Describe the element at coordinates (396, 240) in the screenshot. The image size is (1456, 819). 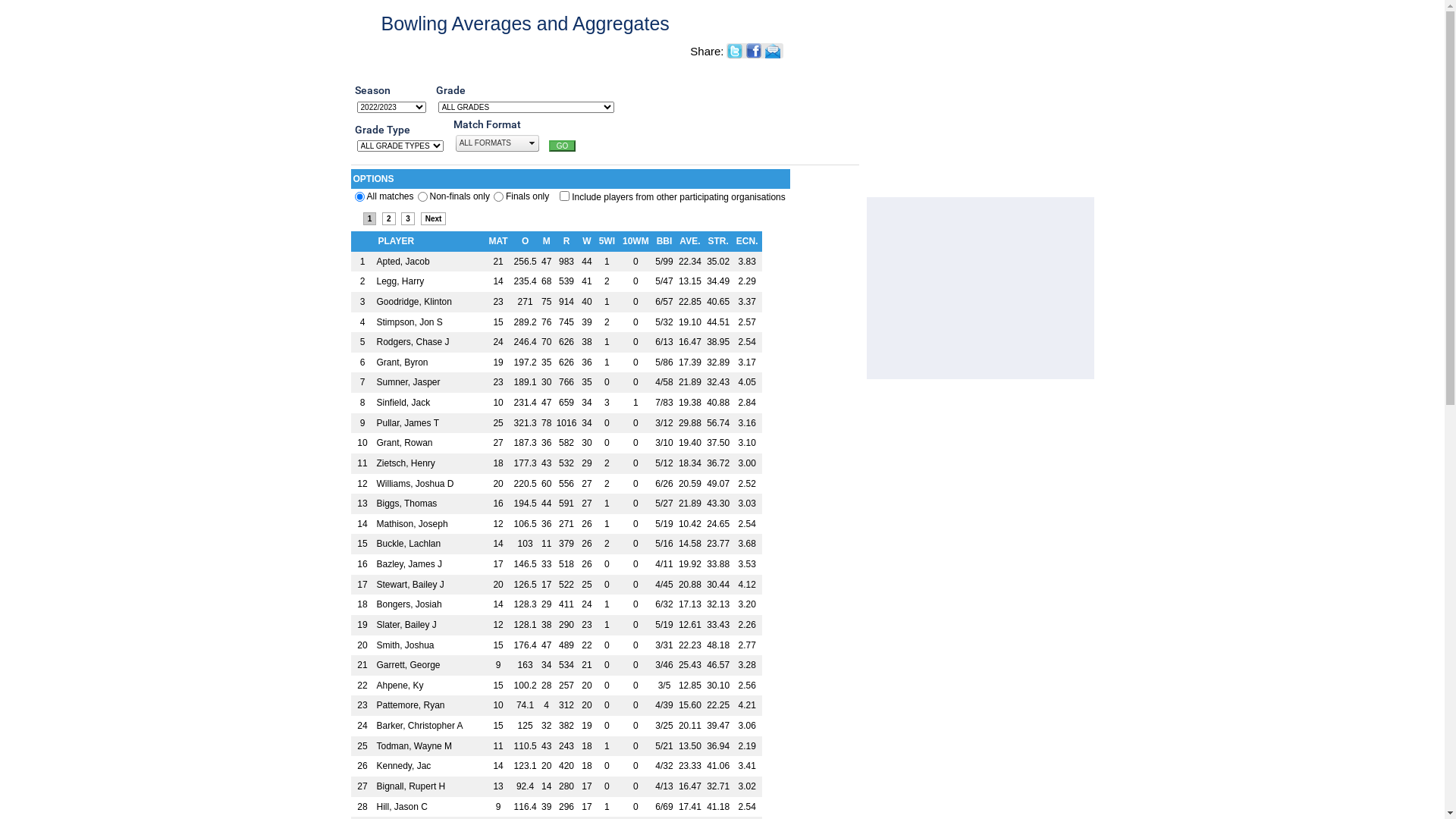
I see `'PLAYER'` at that location.